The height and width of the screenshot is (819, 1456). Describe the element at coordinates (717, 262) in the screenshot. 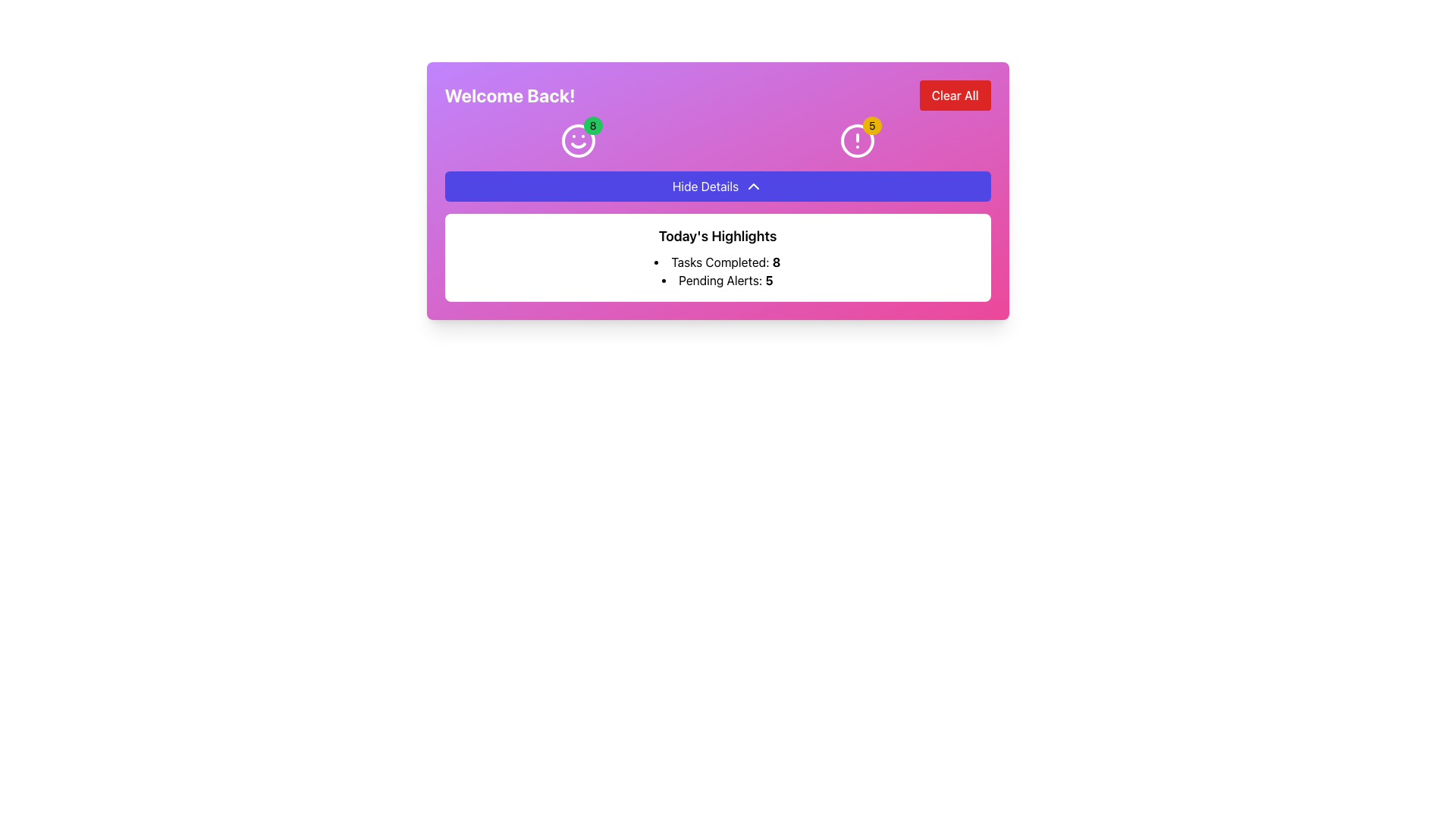

I see `the text label displaying 'Tasks Completed: 8', which is the first item under 'Today's Highlights' and located below the 'Hide Details' button` at that location.